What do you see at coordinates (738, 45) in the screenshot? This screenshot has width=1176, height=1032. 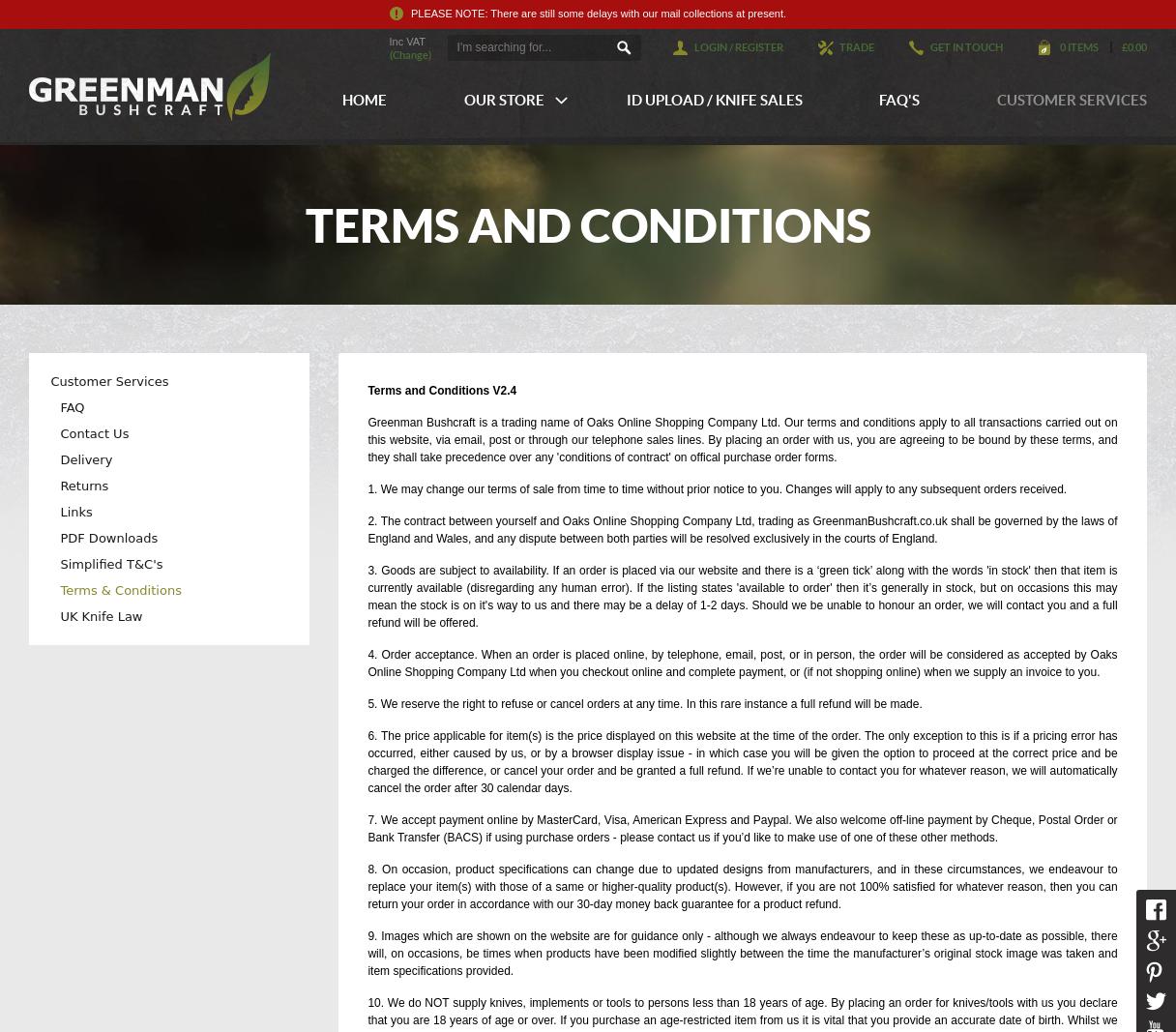 I see `'Login / Register'` at bounding box center [738, 45].